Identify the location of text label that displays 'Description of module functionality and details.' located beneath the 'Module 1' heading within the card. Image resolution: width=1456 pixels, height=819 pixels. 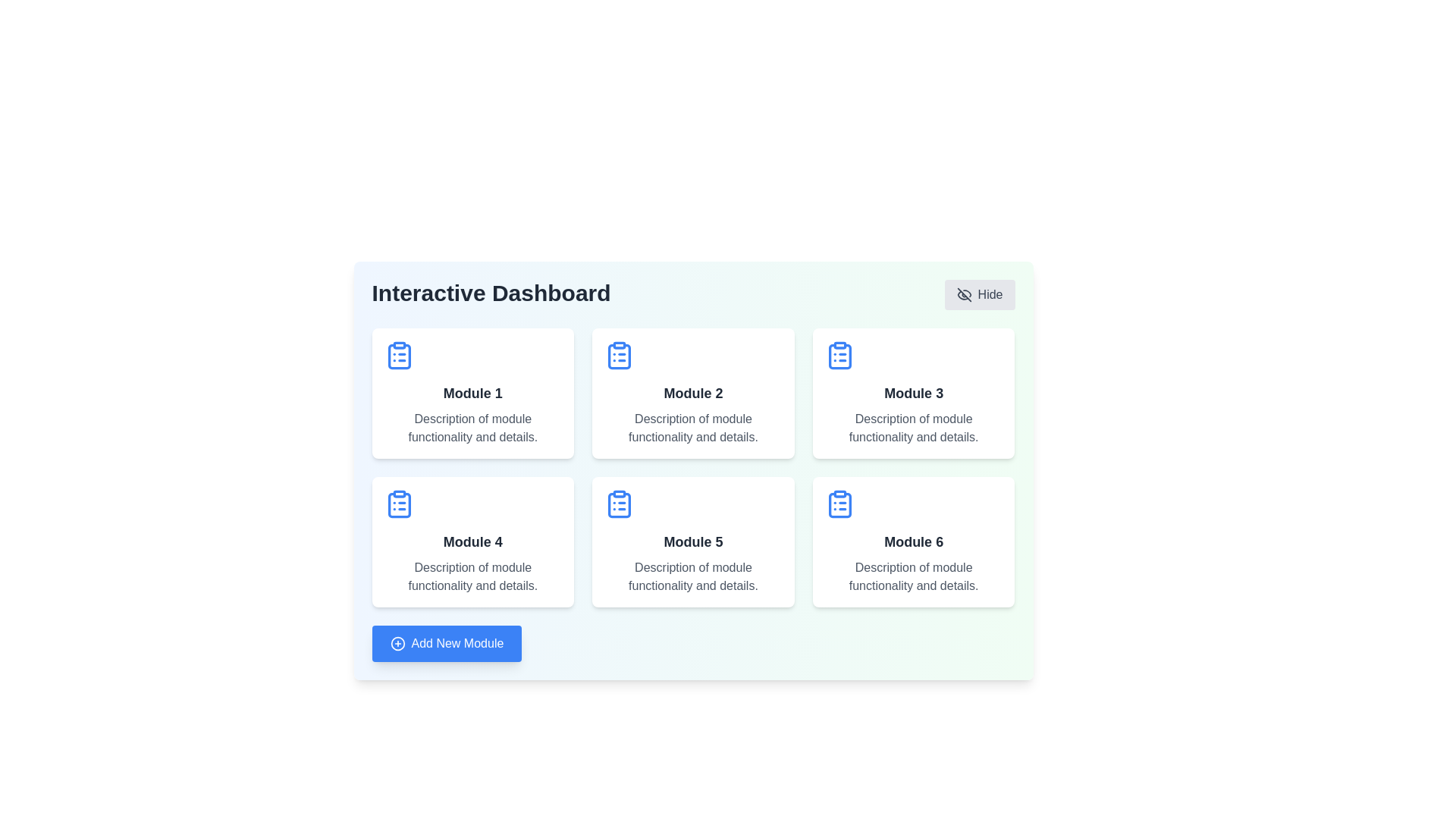
(472, 428).